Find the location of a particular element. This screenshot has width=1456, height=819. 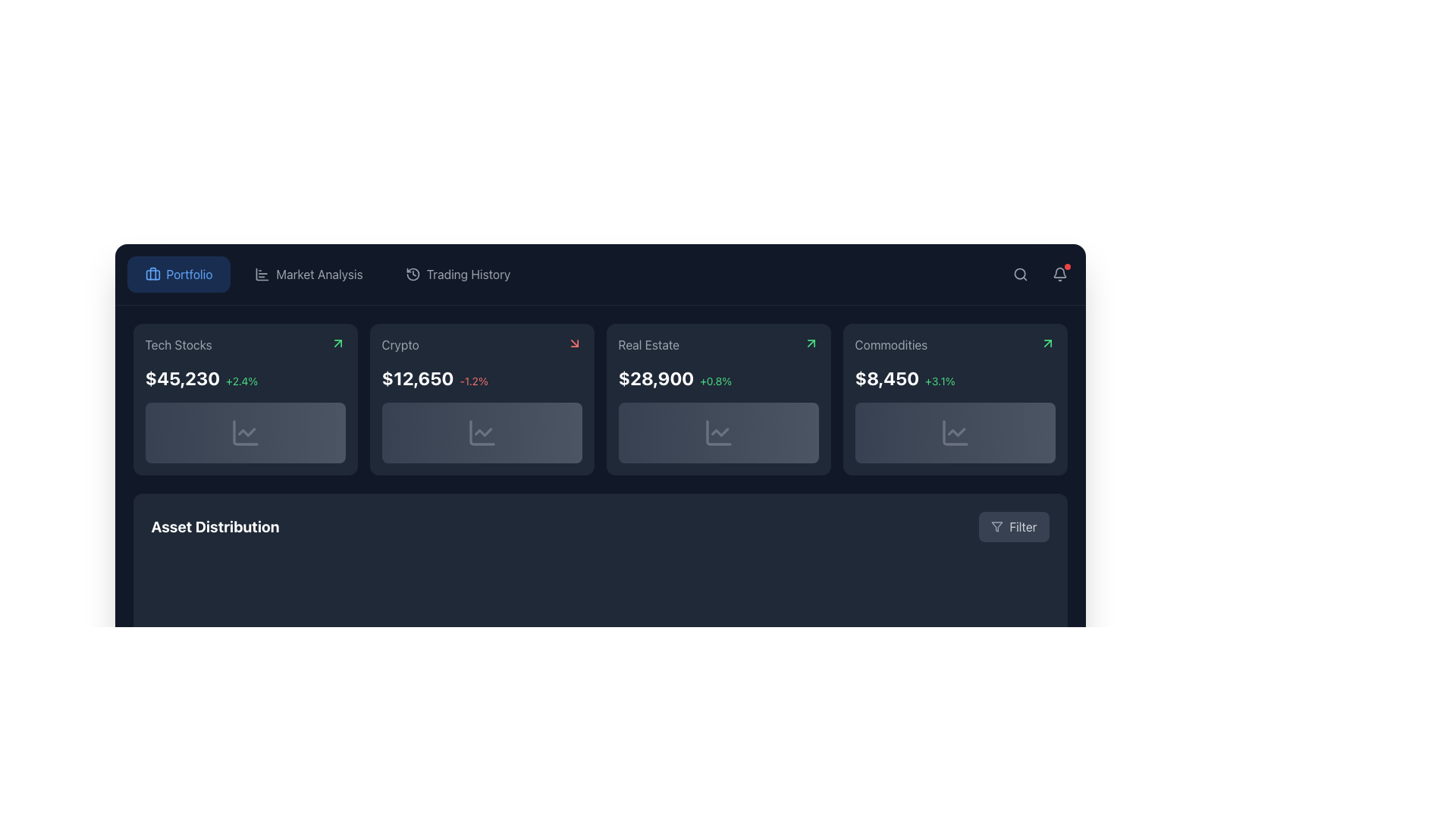

the numeric value styled in bold white font with a green percentage, located in the 'Tech Stocks' card, positioned in the upper half of the interface is located at coordinates (245, 377).